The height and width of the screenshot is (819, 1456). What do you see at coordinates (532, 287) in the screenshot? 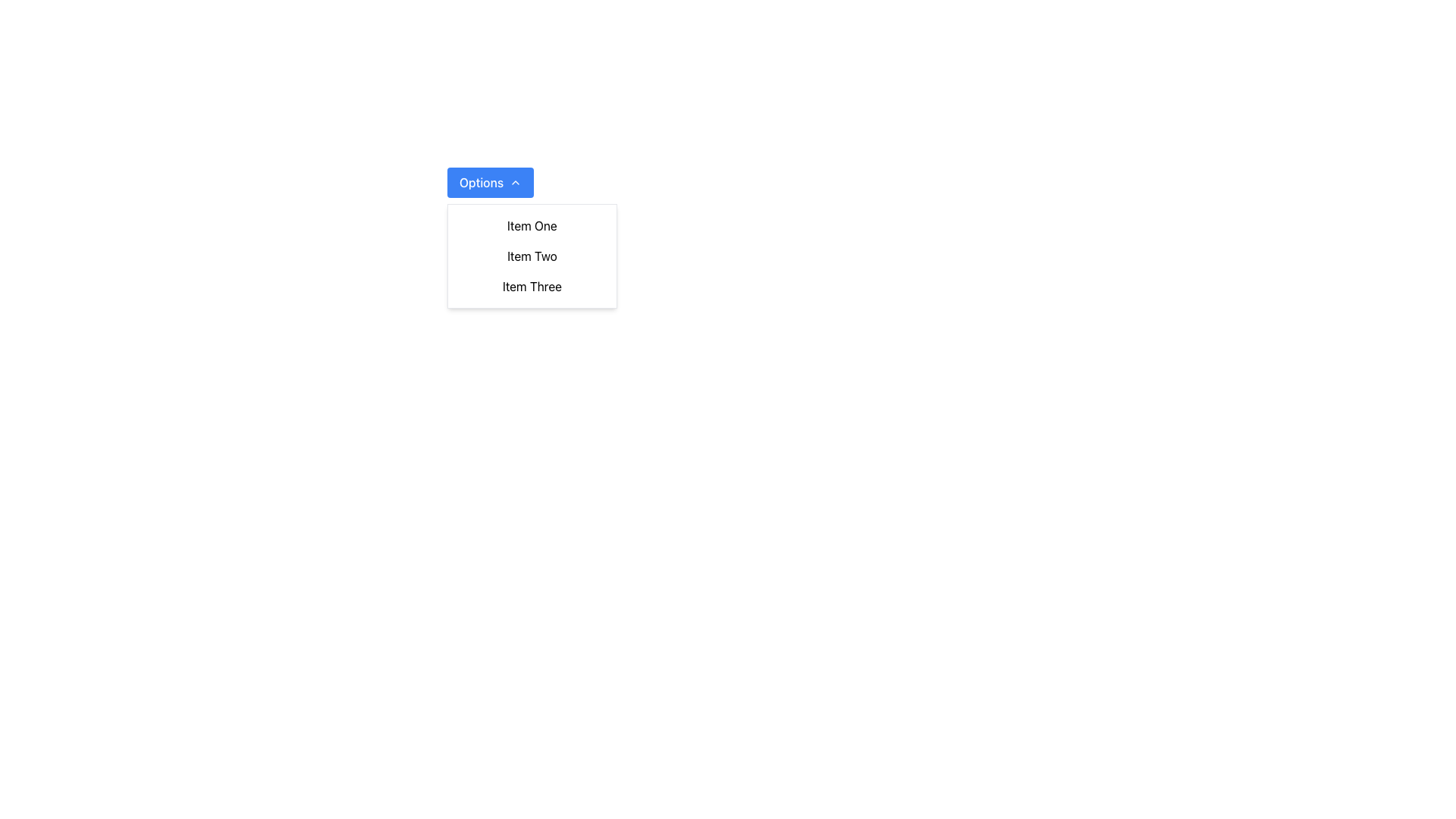
I see `the dropdown menu item labeled 'Item Three'` at bounding box center [532, 287].